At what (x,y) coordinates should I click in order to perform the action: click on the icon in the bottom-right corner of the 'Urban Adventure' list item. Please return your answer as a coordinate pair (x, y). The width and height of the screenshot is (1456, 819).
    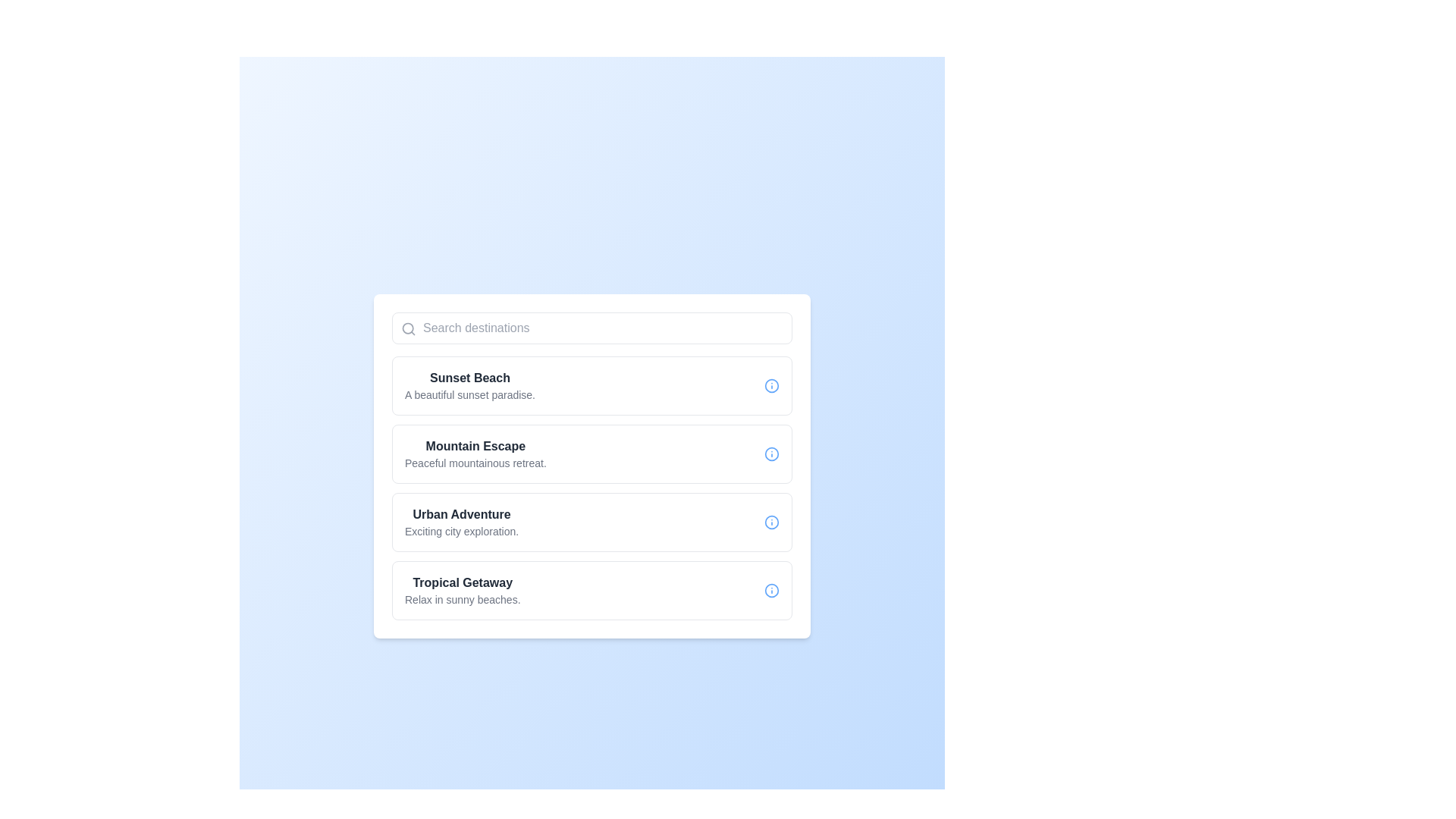
    Looking at the image, I should click on (771, 522).